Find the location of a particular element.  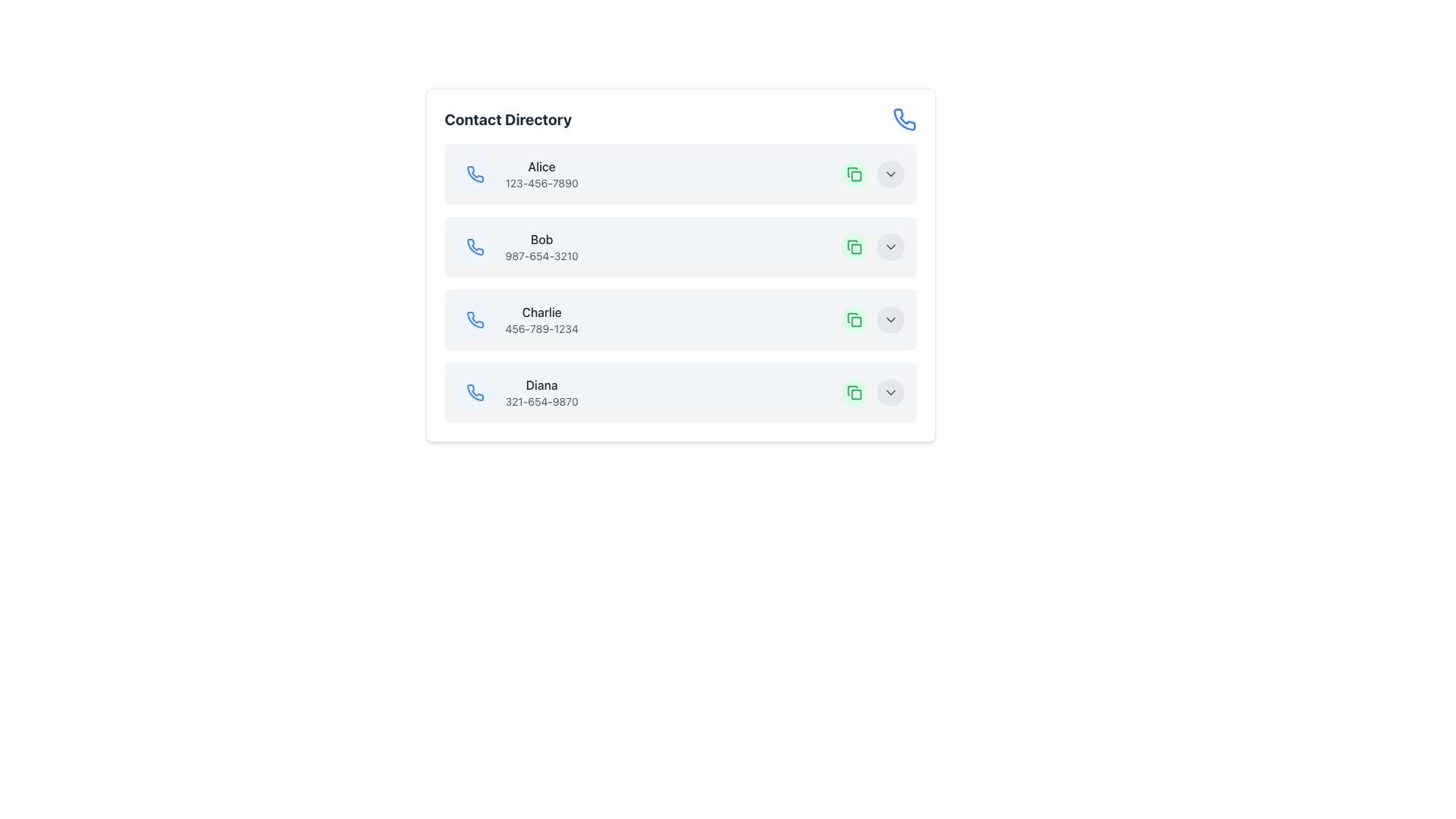

the button located in the first row of the contact directory next to 'Alice 123-456-7890' is located at coordinates (854, 174).